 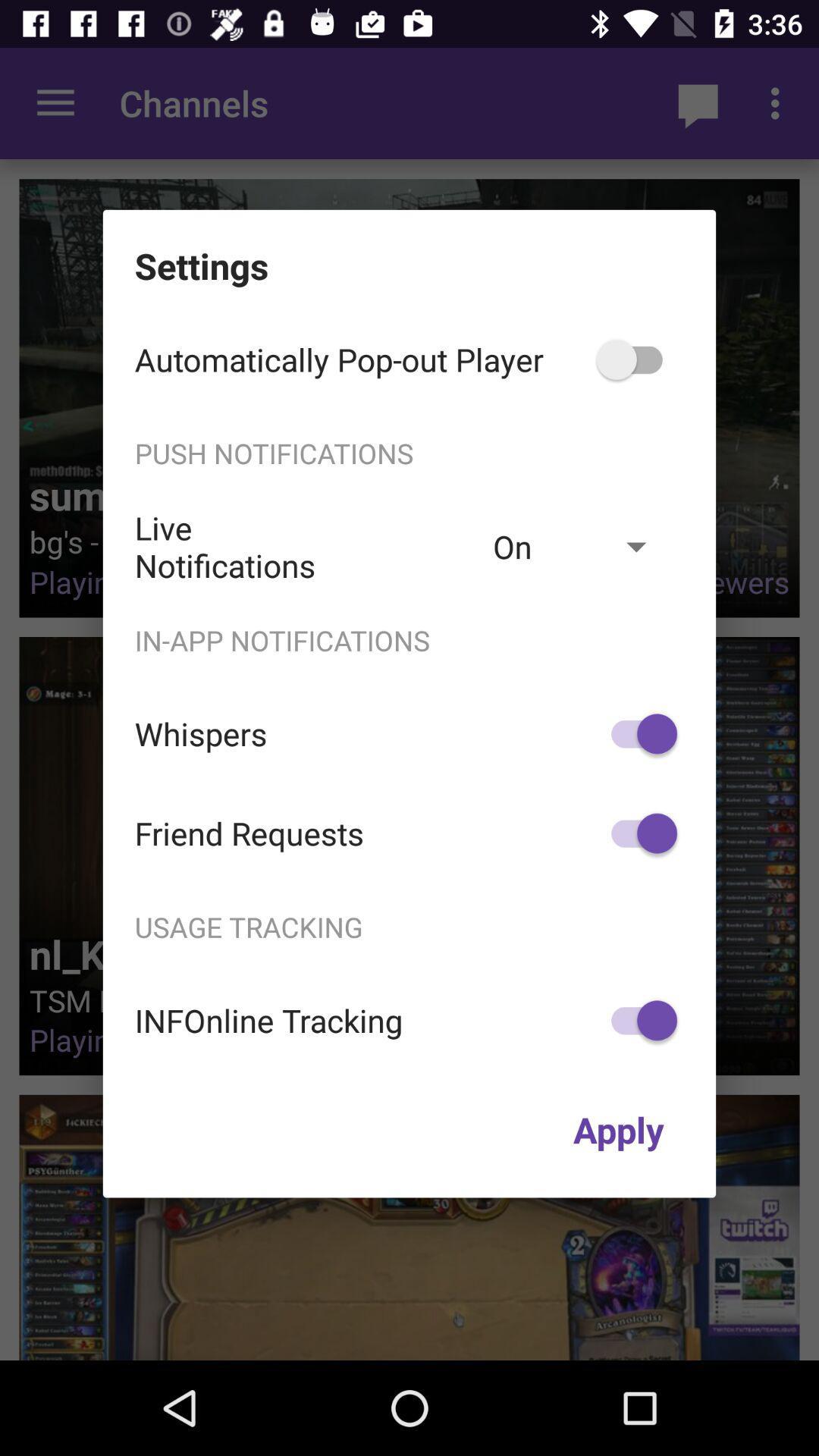 I want to click on the icon to the right of the automatically pop out, so click(x=637, y=359).